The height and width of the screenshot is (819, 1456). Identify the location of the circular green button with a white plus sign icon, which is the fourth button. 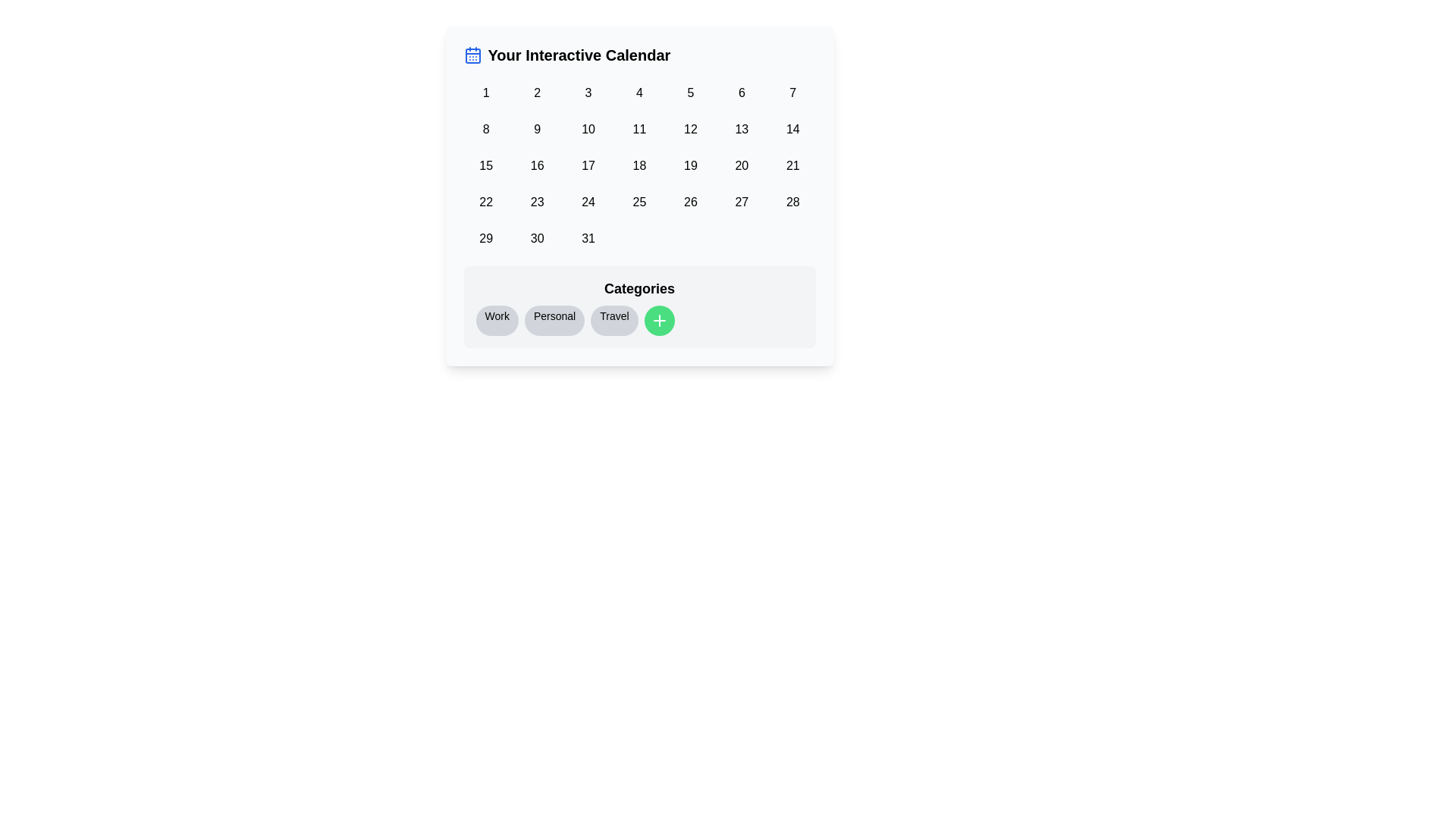
(659, 320).